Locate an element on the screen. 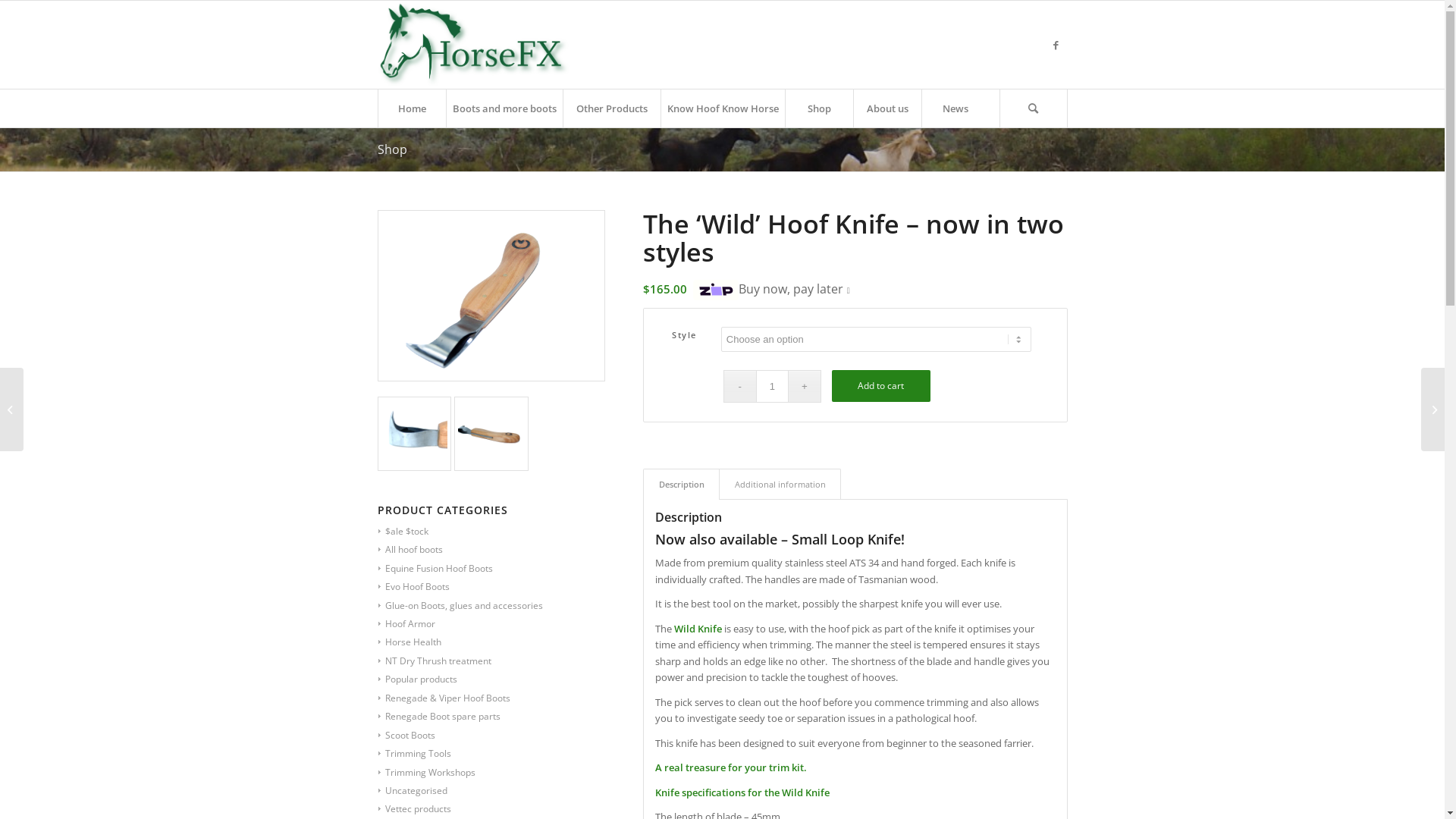  'Description' is located at coordinates (680, 484).